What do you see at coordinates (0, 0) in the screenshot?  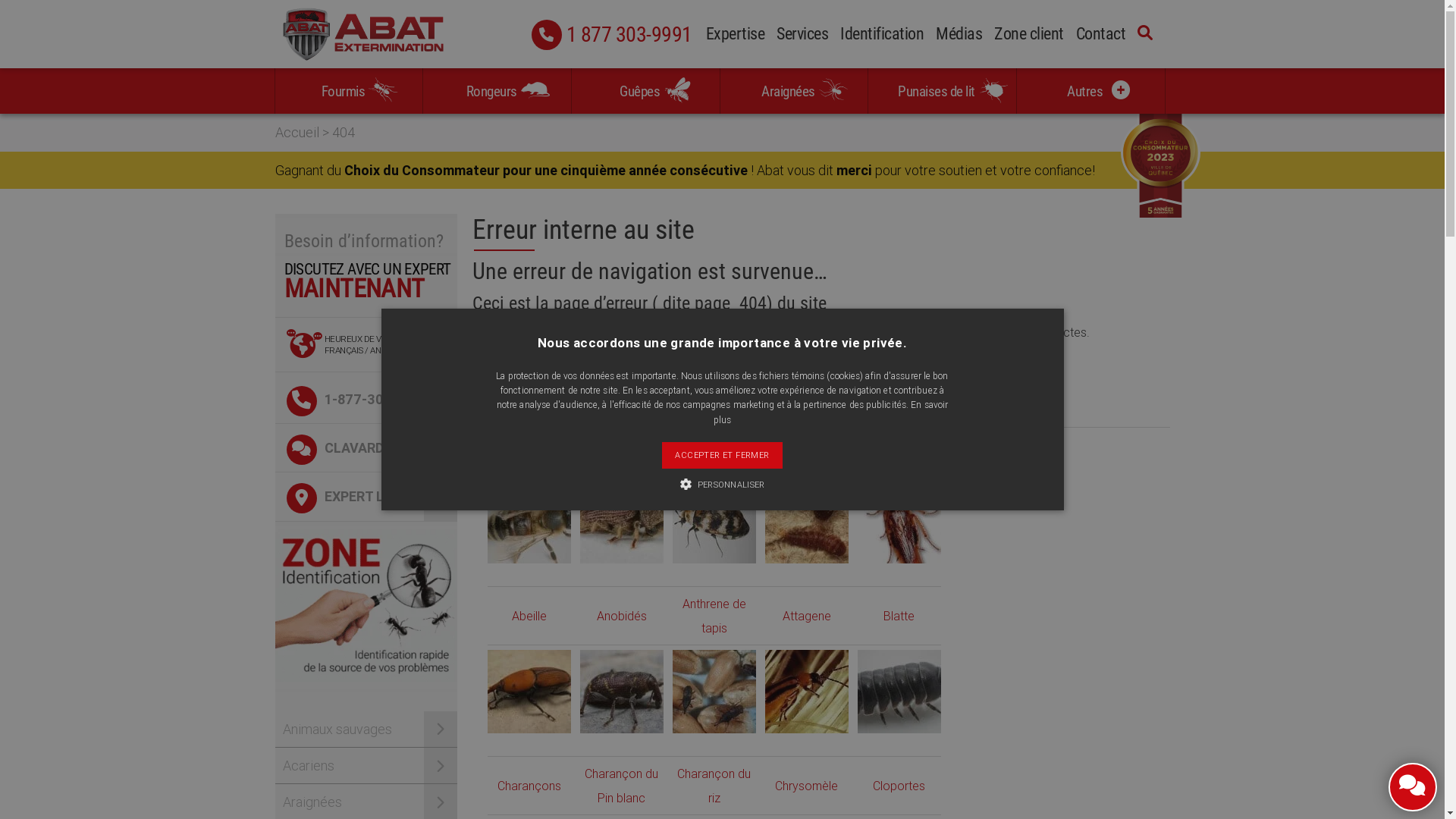 I see `'Skip to primary navigation'` at bounding box center [0, 0].